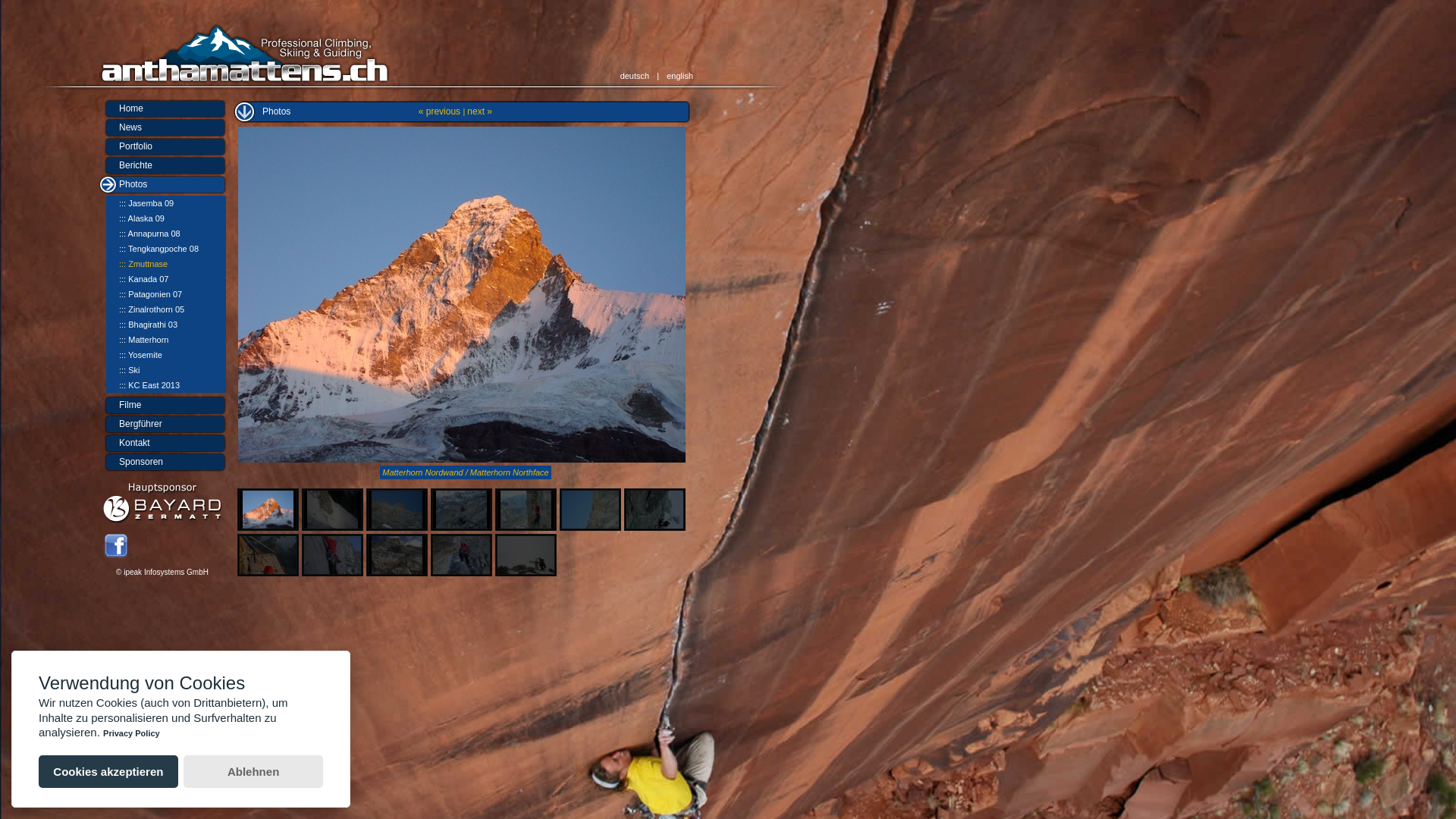 Image resolution: width=1456 pixels, height=819 pixels. Describe the element at coordinates (133, 262) in the screenshot. I see `'::: Zmuttnase'` at that location.